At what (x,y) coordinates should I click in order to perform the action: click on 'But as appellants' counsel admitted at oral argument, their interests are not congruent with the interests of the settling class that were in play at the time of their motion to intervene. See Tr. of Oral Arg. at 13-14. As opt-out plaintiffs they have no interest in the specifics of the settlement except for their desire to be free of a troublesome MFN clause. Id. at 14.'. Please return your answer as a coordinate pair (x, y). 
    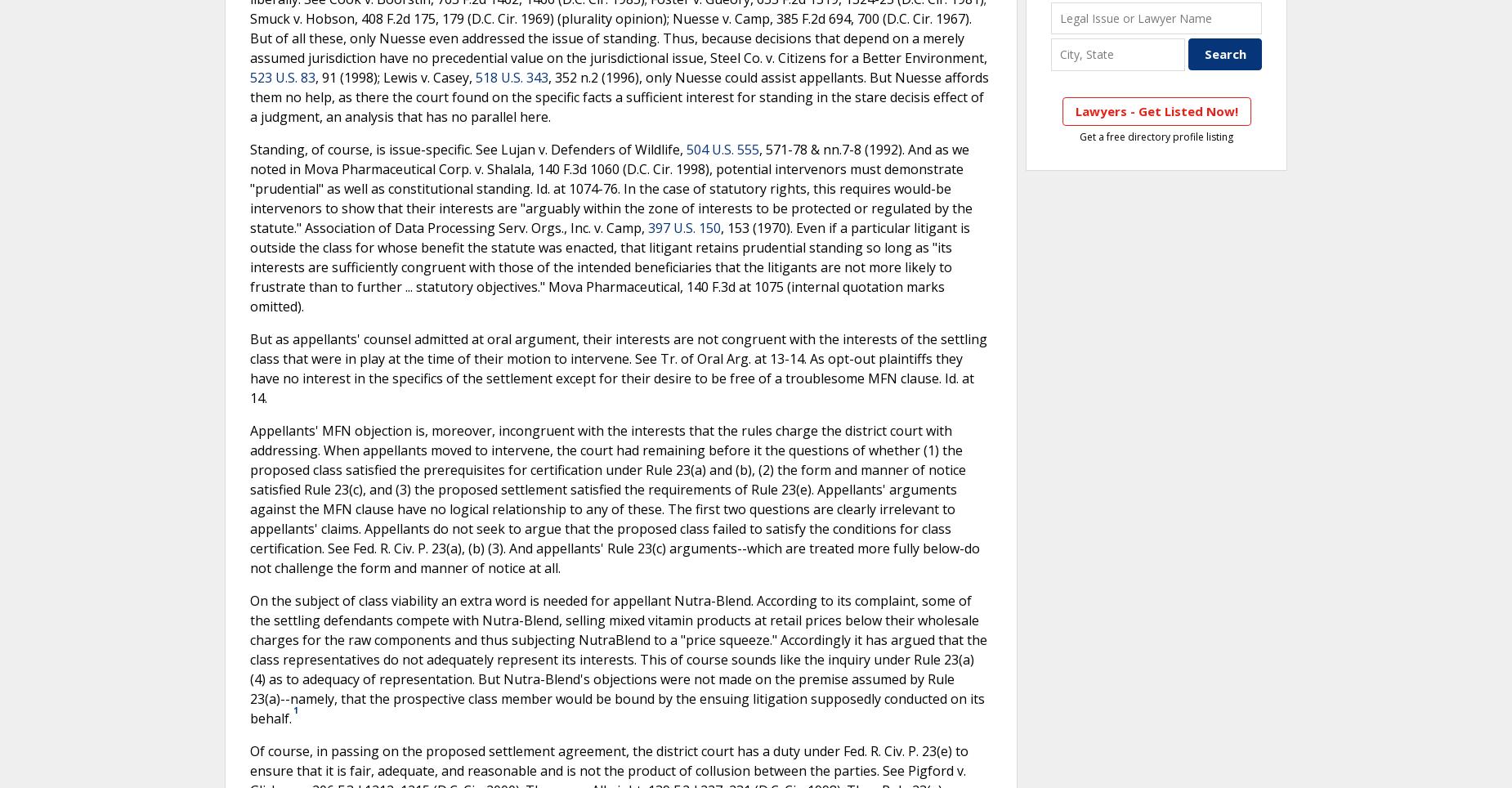
    Looking at the image, I should click on (619, 367).